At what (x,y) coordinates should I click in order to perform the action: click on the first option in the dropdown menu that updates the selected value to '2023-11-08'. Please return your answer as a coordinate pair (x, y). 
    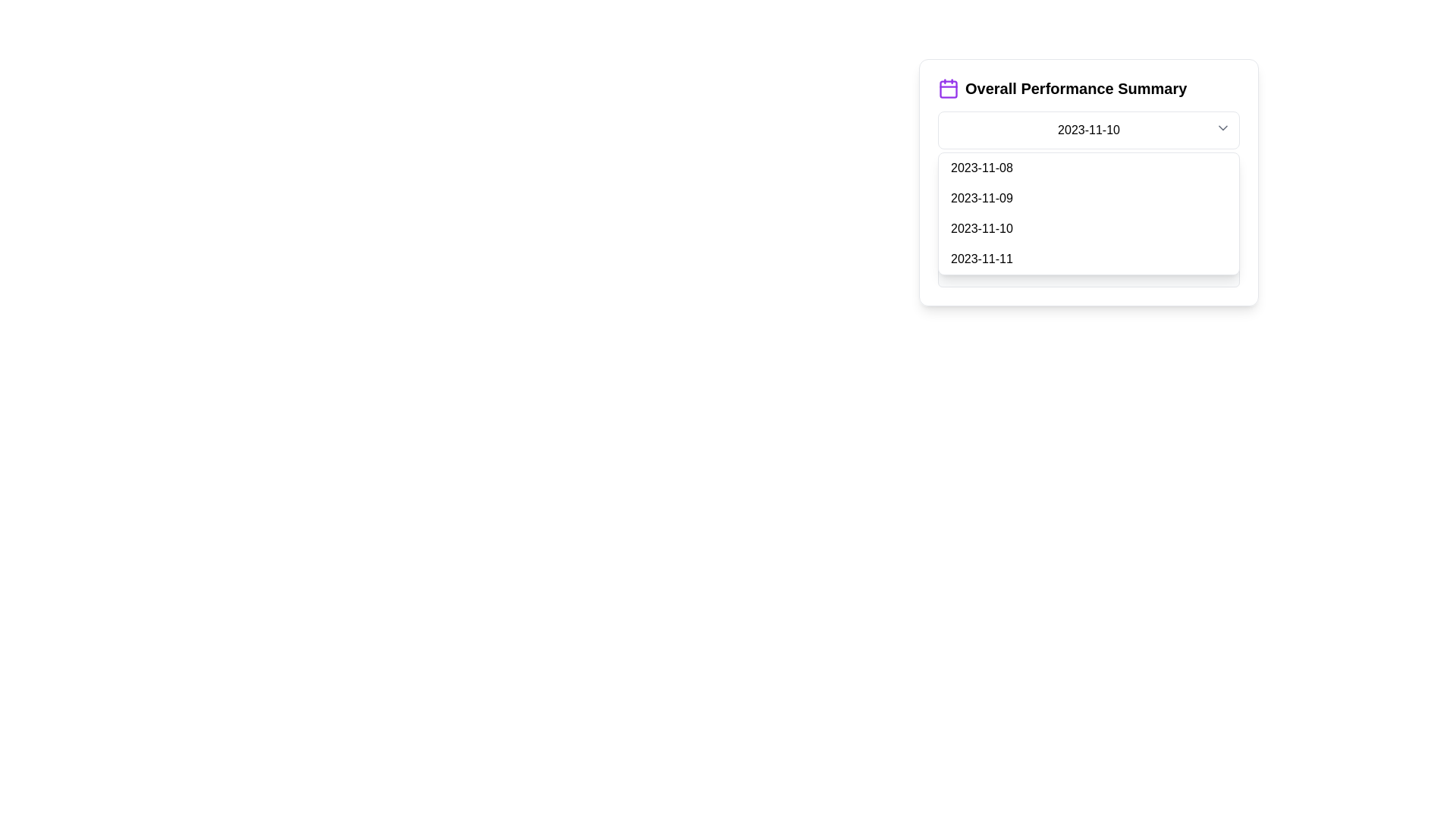
    Looking at the image, I should click on (1087, 168).